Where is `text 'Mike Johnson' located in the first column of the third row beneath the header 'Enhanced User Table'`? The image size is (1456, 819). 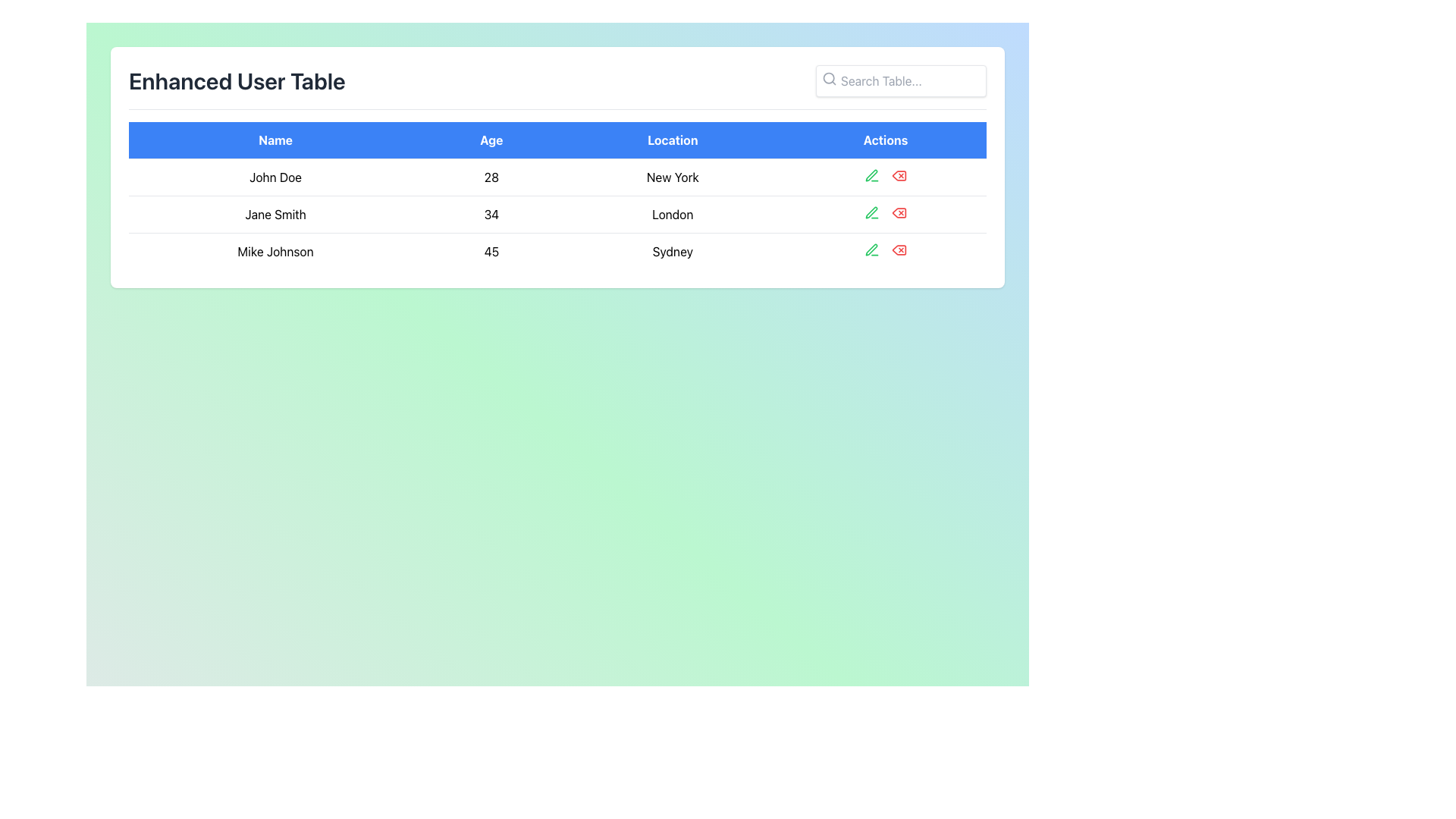
text 'Mike Johnson' located in the first column of the third row beneath the header 'Enhanced User Table' is located at coordinates (275, 250).